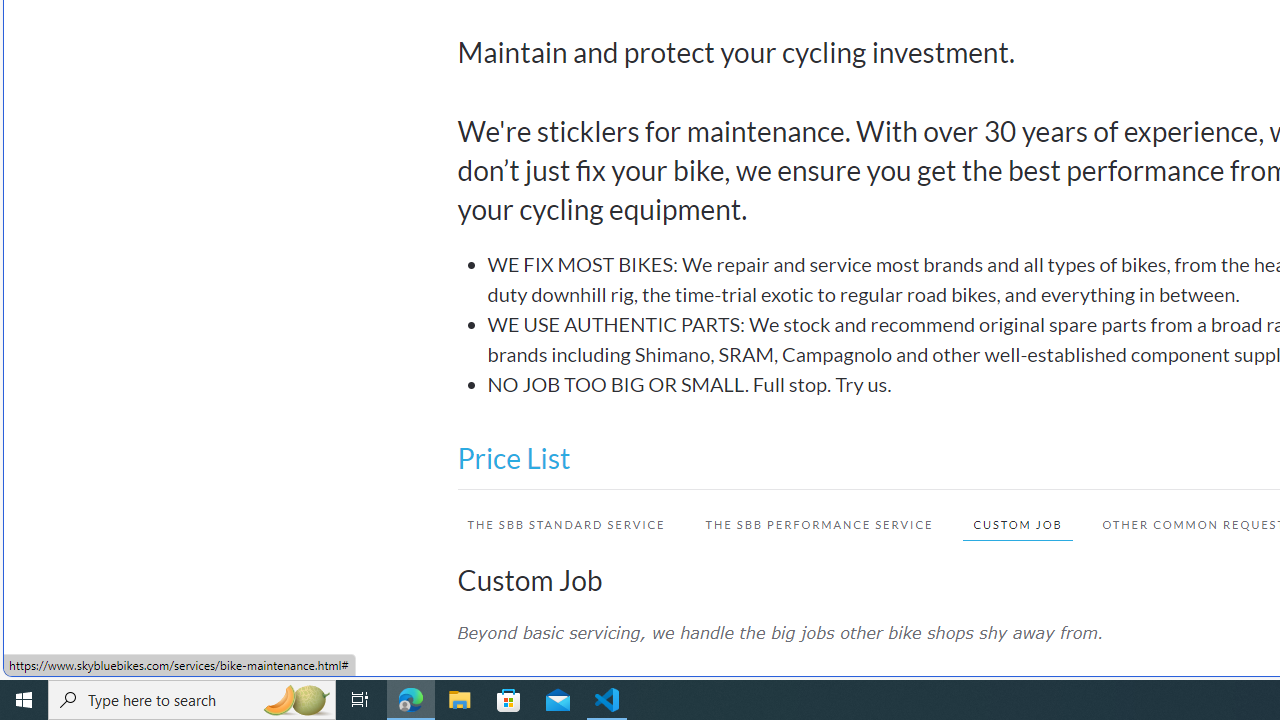 Image resolution: width=1280 pixels, height=720 pixels. Describe the element at coordinates (565, 523) in the screenshot. I see `'THE SBB STANDARD SERVICE'` at that location.